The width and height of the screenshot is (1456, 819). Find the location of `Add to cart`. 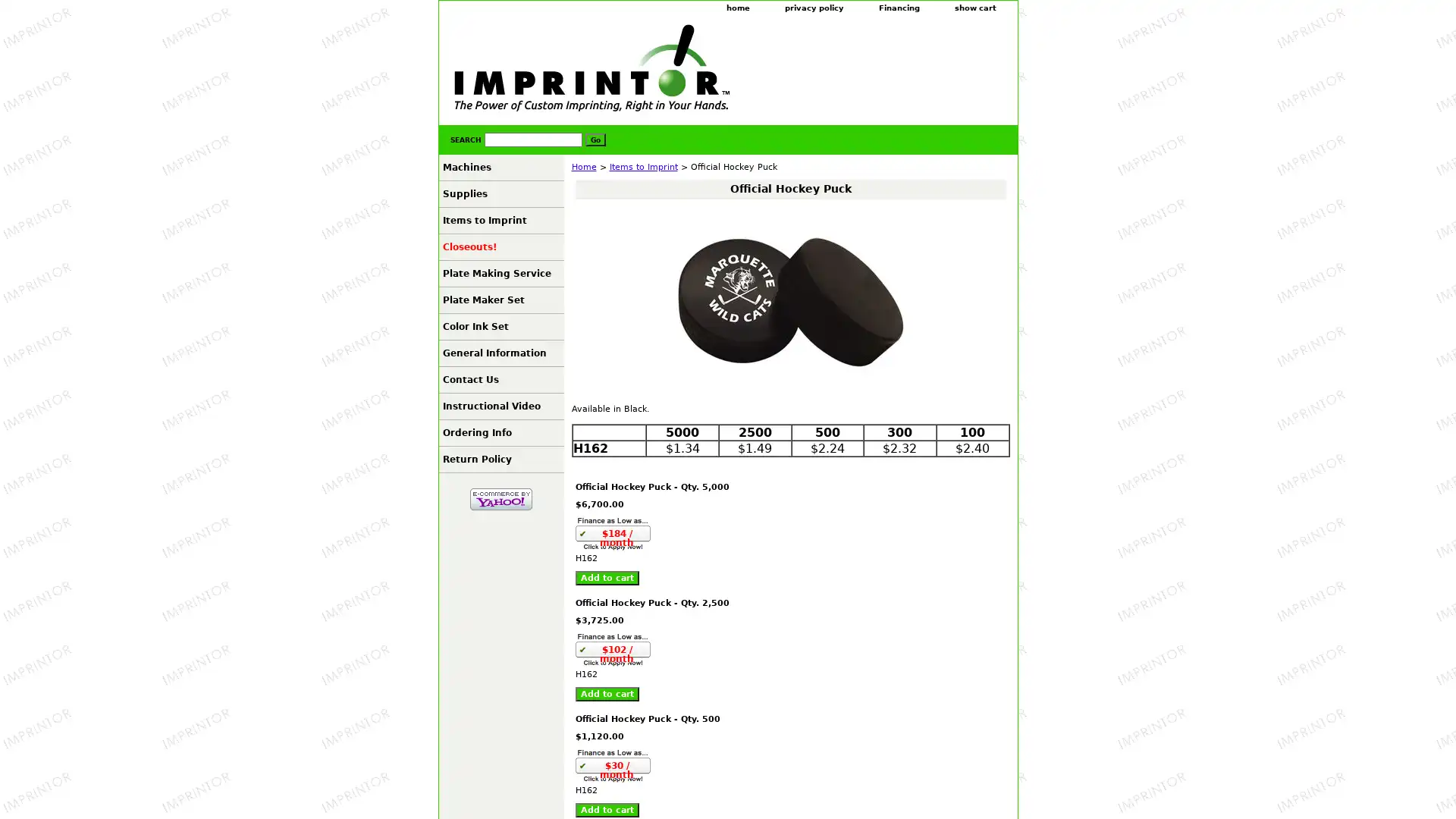

Add to cart is located at coordinates (607, 809).